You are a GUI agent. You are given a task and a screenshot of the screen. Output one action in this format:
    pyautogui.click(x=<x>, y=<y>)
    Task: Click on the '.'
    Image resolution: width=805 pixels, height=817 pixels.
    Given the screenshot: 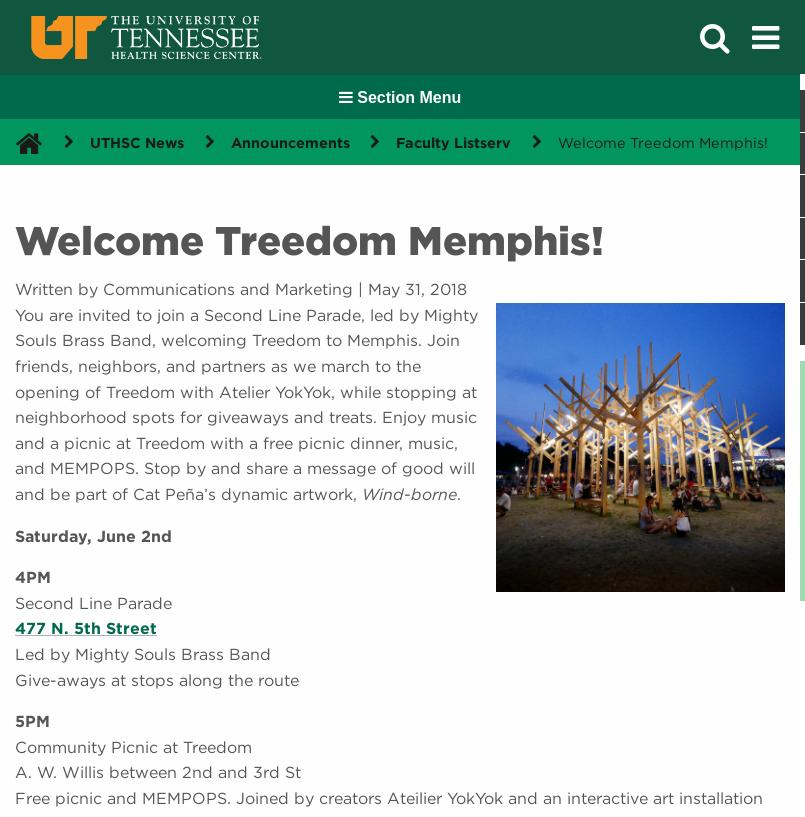 What is the action you would take?
    pyautogui.click(x=458, y=492)
    